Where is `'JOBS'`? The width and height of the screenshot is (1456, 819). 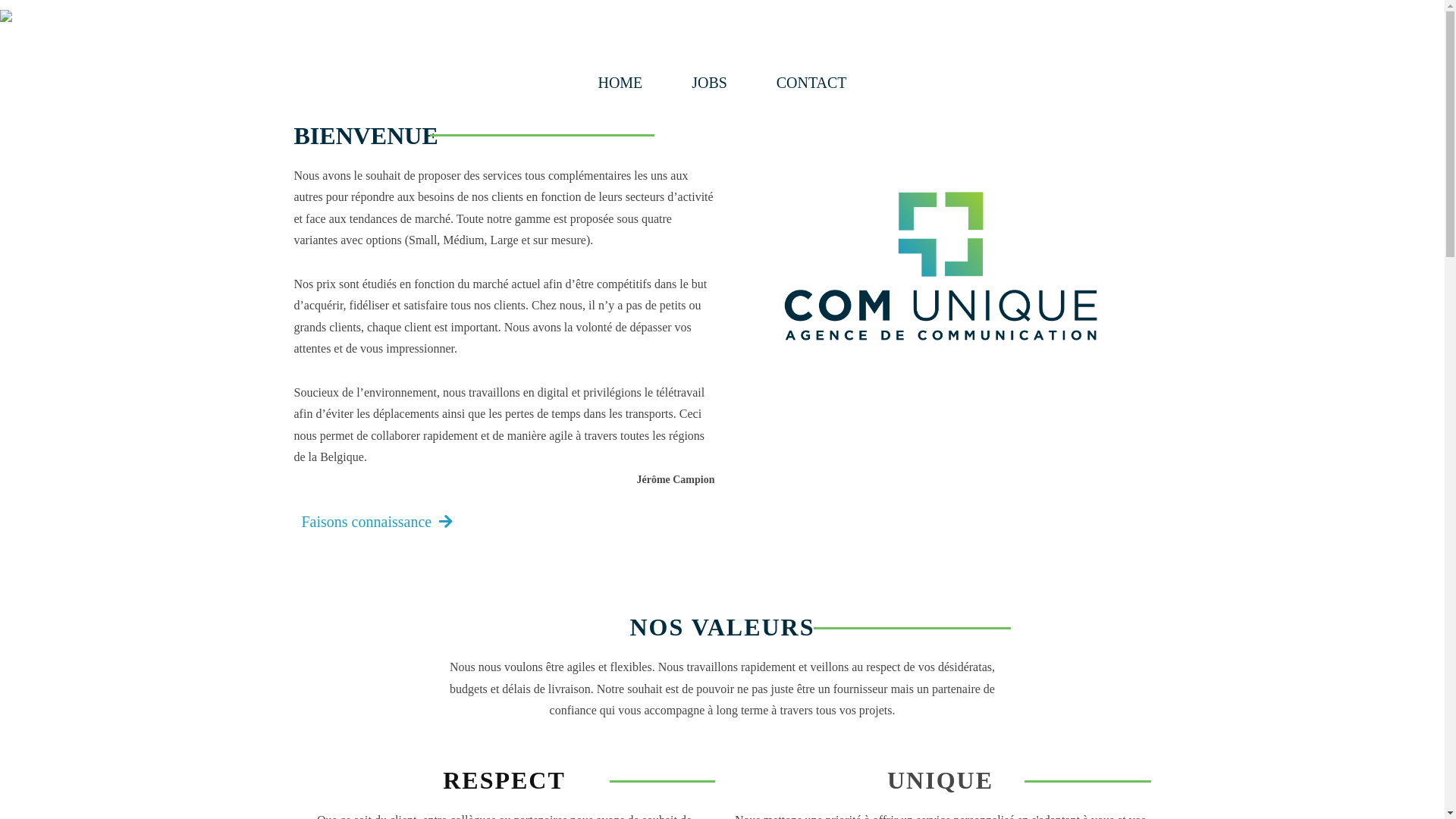
'JOBS' is located at coordinates (708, 83).